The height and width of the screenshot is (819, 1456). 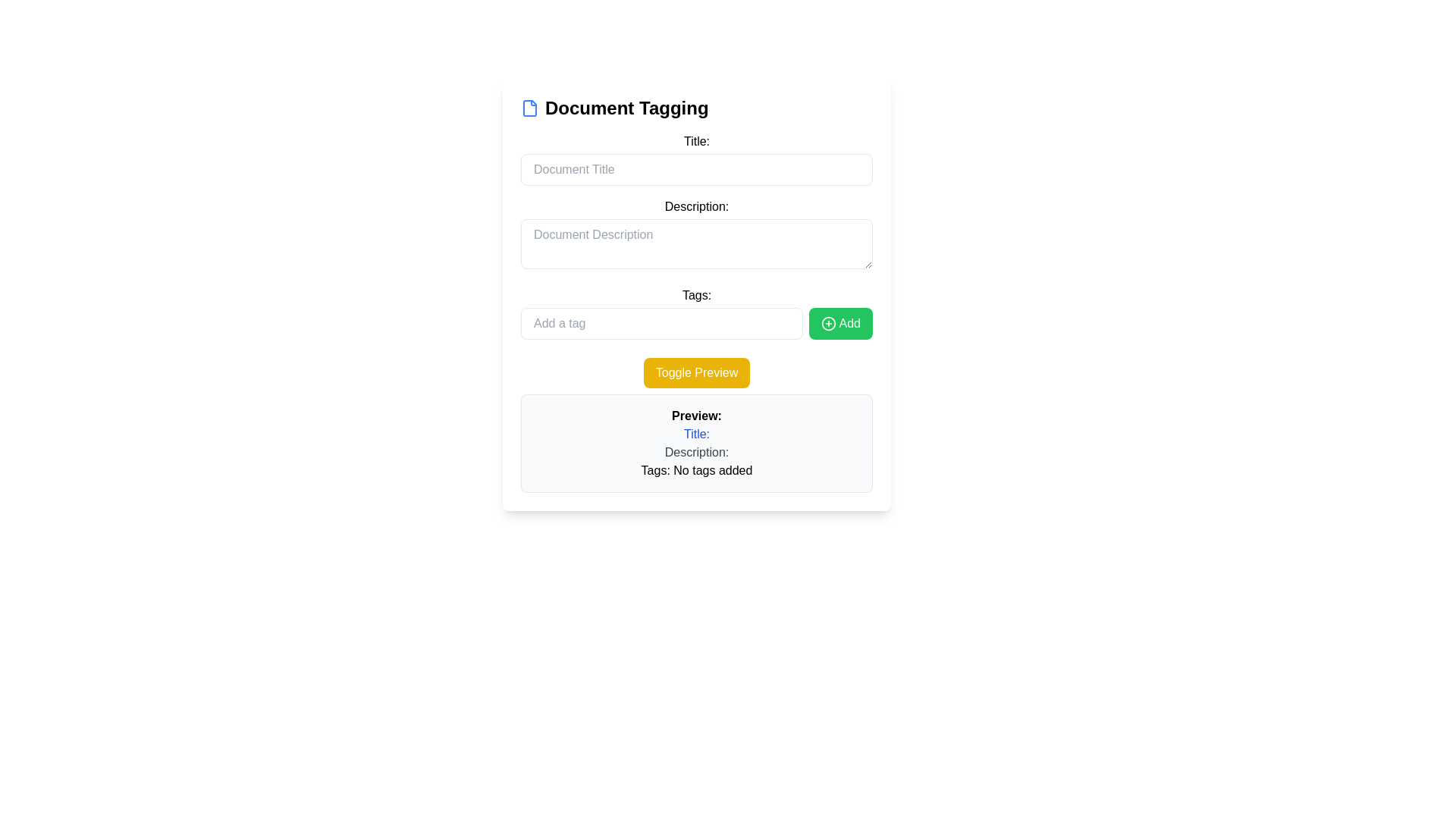 I want to click on the text label displaying 'Title:' which is positioned at the top of the form and centrally located above the 'Document Title' input field, so click(x=695, y=141).